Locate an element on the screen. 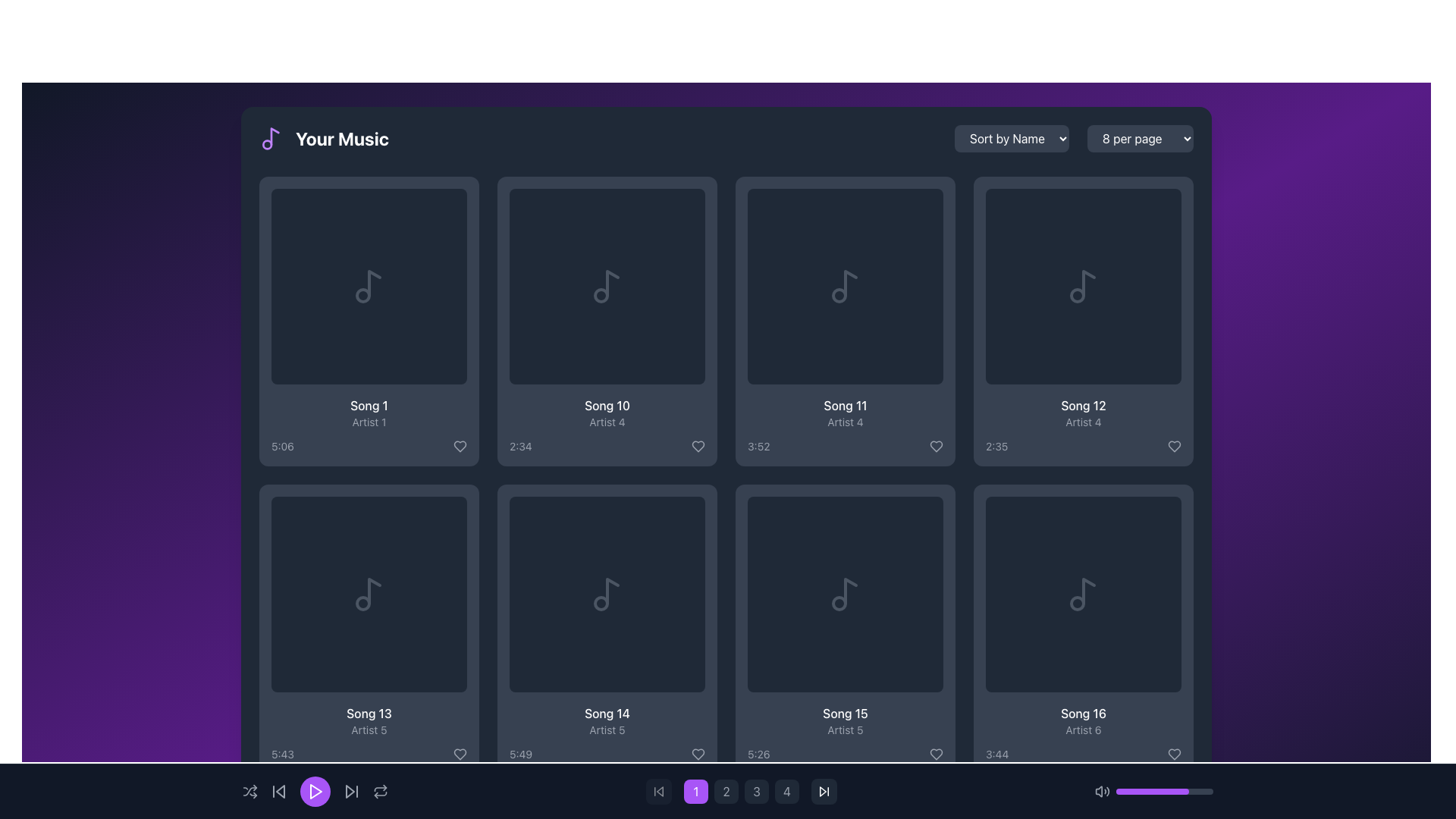  the decorative SVG circle element that is part of the musical note icon for the song 'Song 14' by 'Artist 5', located in the fourth row and second column of the grid is located at coordinates (600, 602).